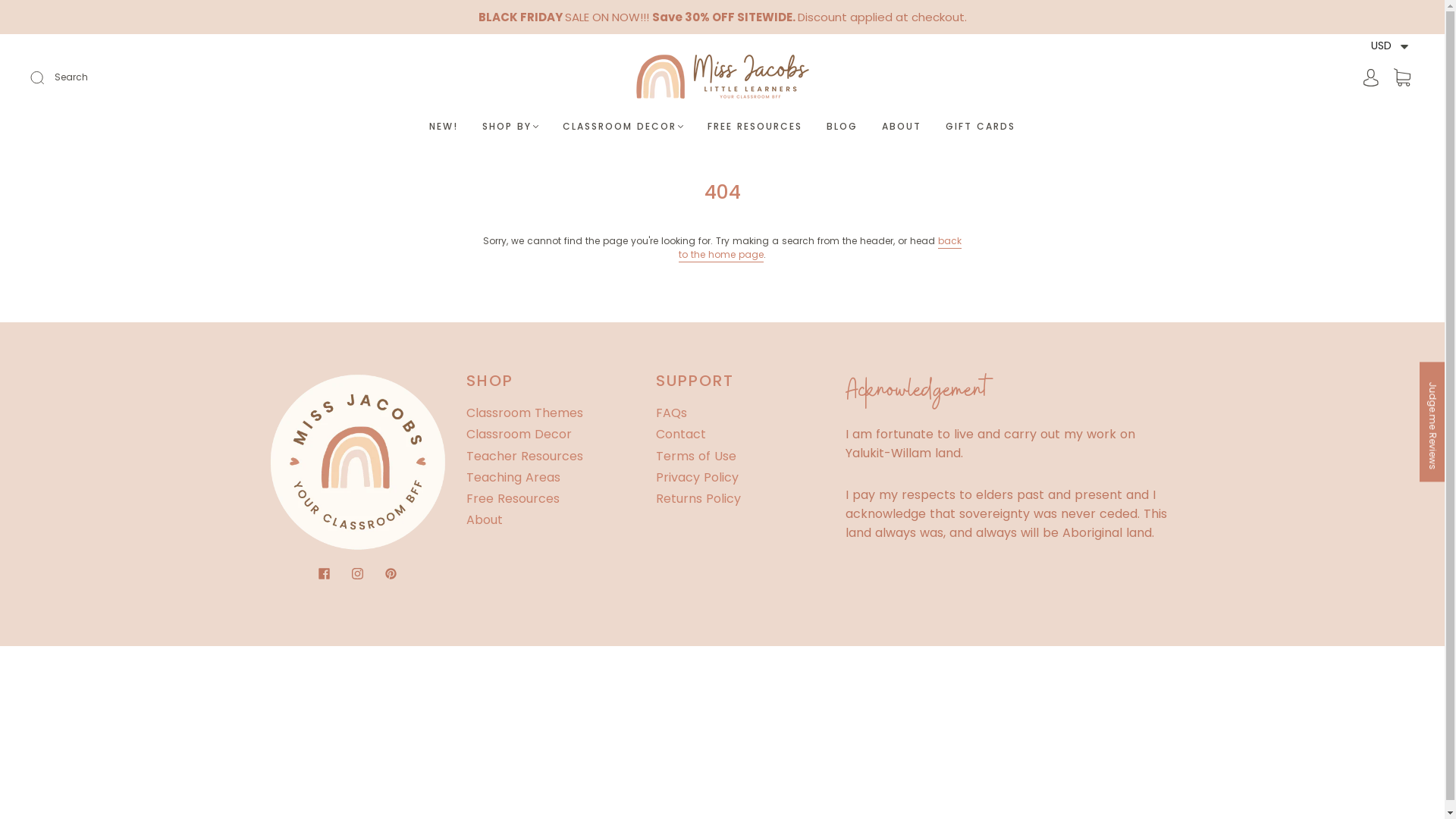 This screenshot has height=819, width=1456. I want to click on 'Classroom Themes', so click(524, 413).